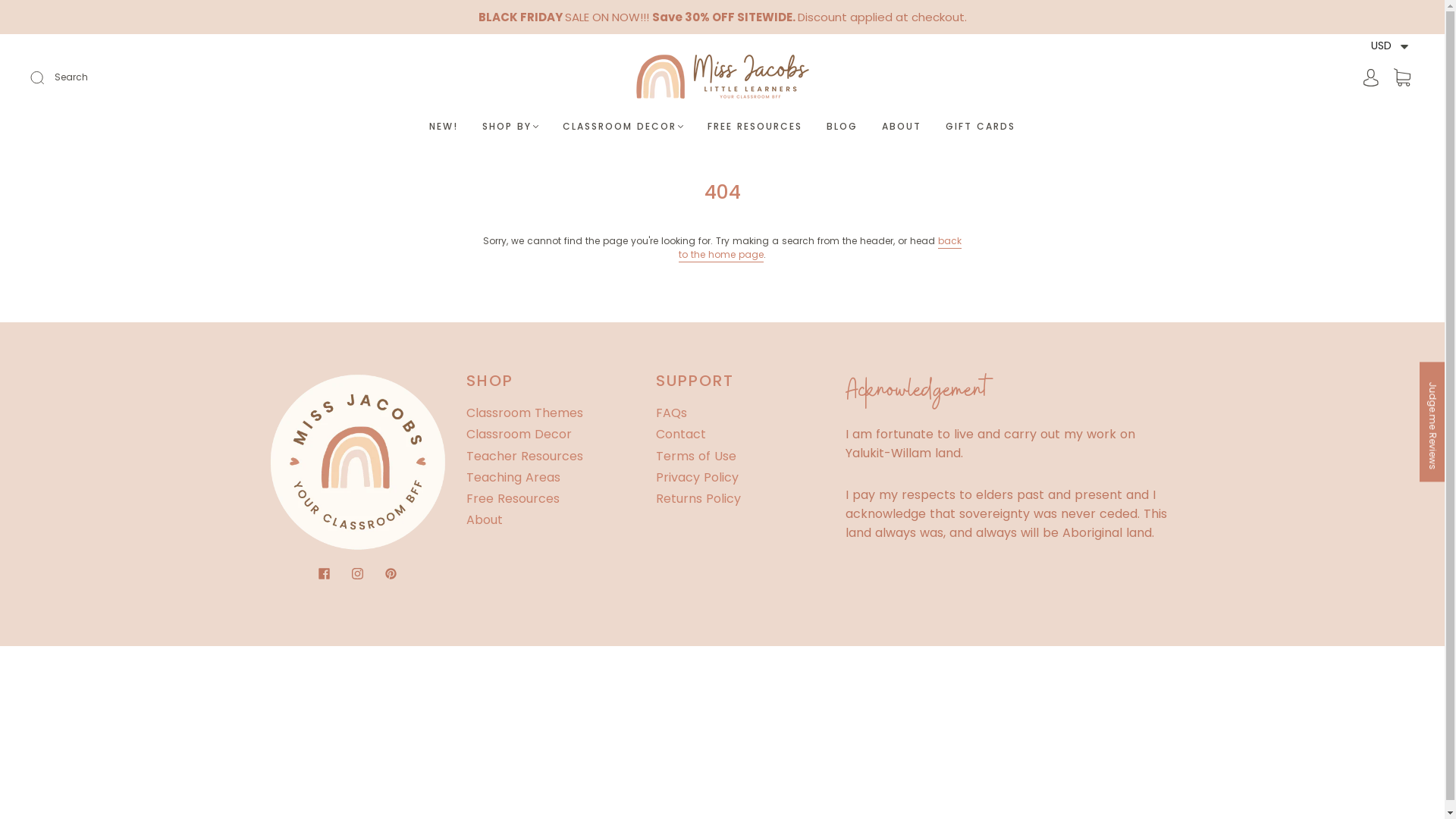 This screenshot has height=819, width=1456. I want to click on 'Classroom Themes', so click(524, 413).